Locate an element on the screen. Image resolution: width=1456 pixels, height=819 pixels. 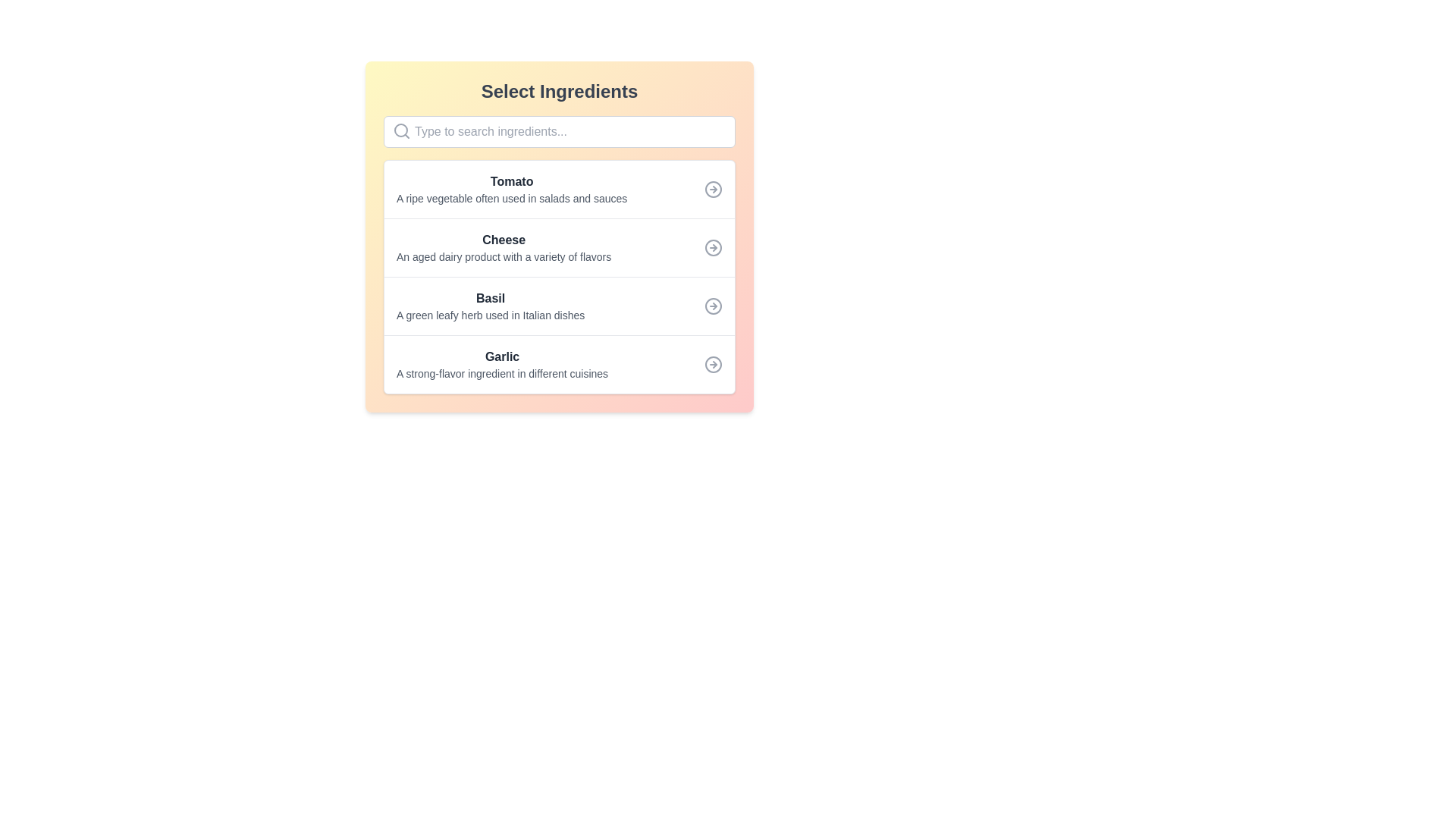
the description label providing additional information about 'Basil' in the ingredient selection interface, located beneath the text 'Basil' is located at coordinates (491, 315).